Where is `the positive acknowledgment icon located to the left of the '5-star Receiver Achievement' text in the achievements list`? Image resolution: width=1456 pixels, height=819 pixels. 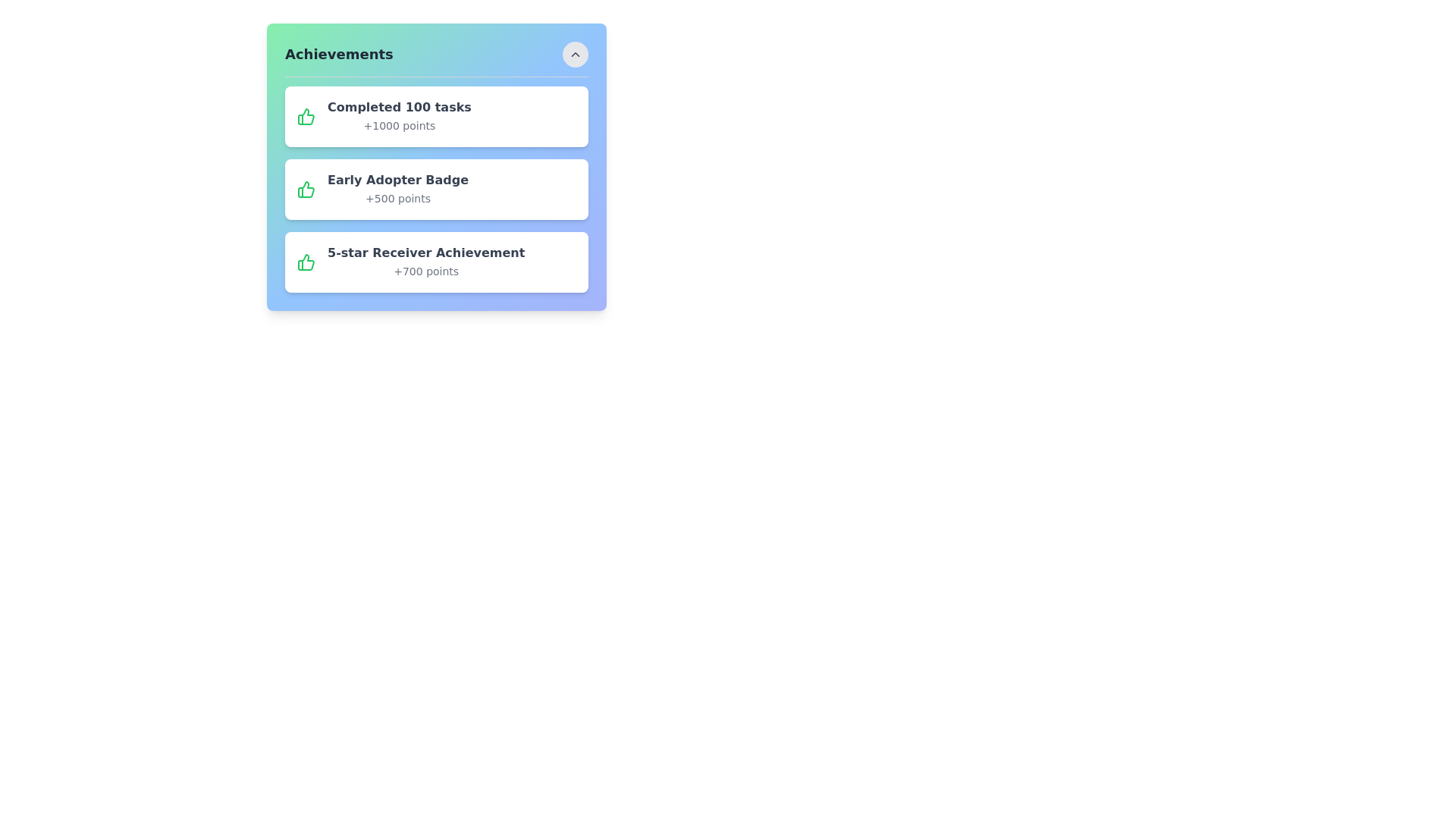
the positive acknowledgment icon located to the left of the '5-star Receiver Achievement' text in the achievements list is located at coordinates (305, 262).